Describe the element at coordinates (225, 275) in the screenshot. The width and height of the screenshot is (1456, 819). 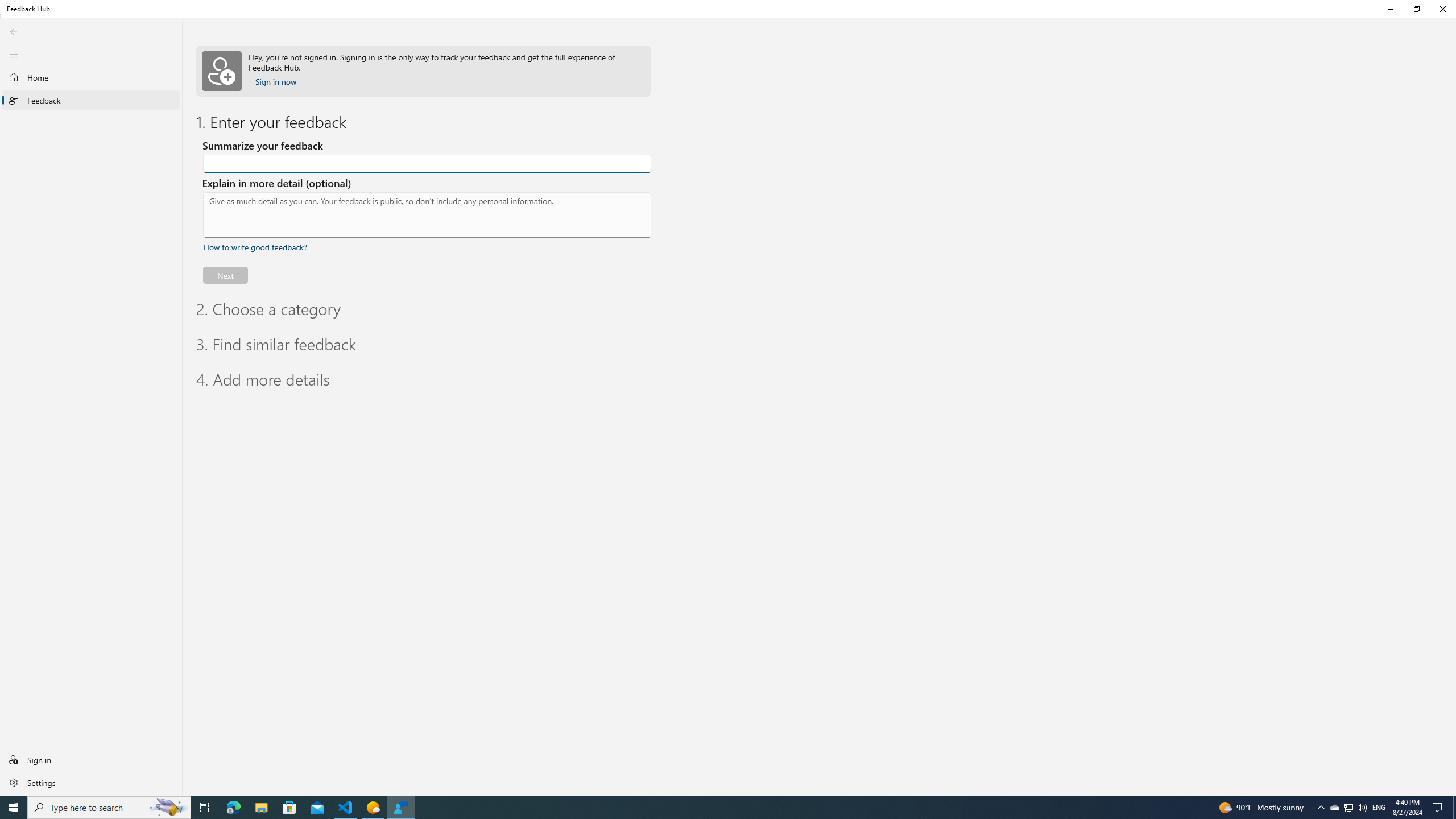
I see `'Next'` at that location.